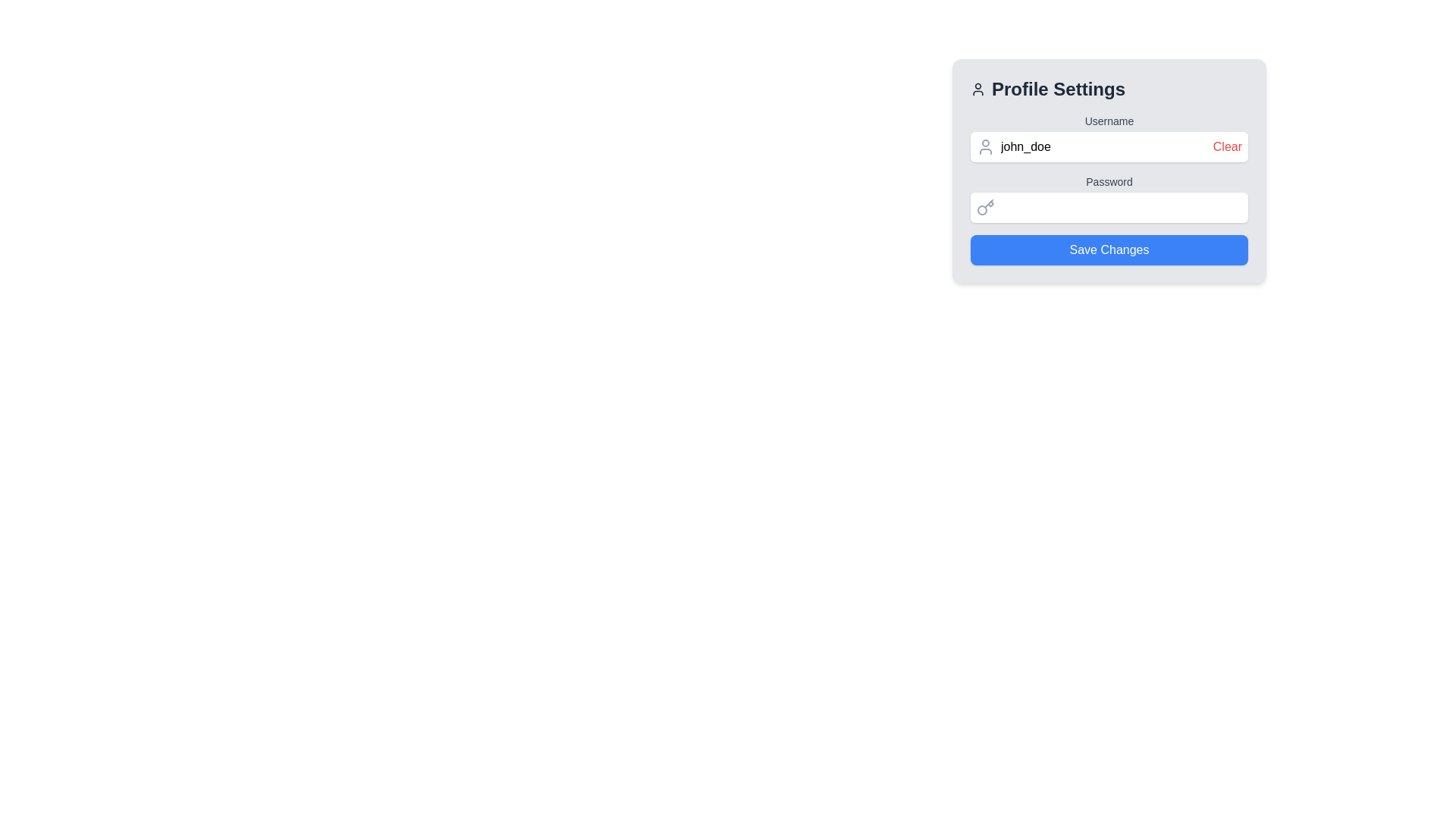  Describe the element at coordinates (982, 210) in the screenshot. I see `the circular shape within the key icon located near the top-right corner of the interface, specifically within the password input field` at that location.